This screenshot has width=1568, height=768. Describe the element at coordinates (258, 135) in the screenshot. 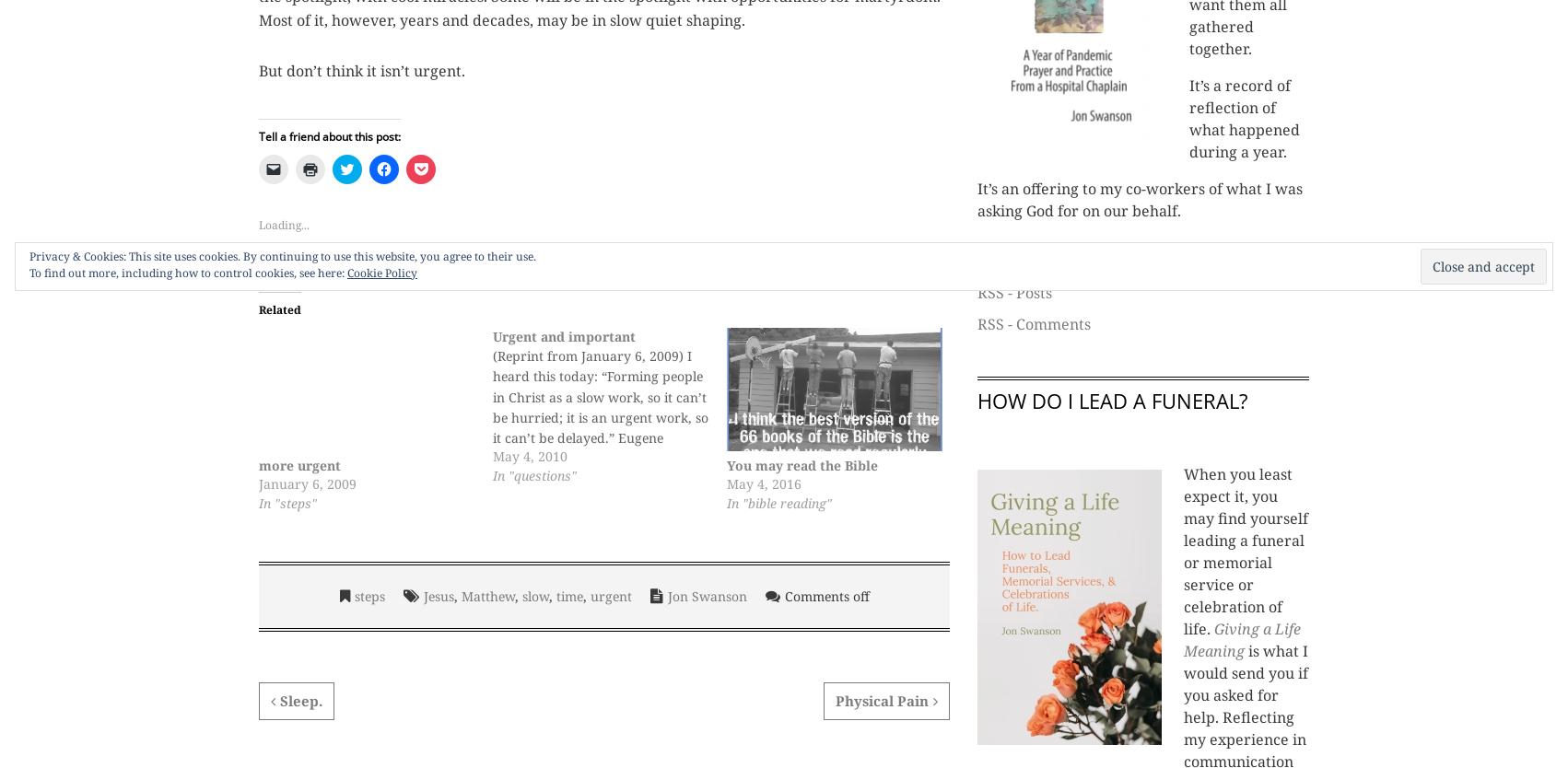

I see `'Tell a friend about this post:'` at that location.